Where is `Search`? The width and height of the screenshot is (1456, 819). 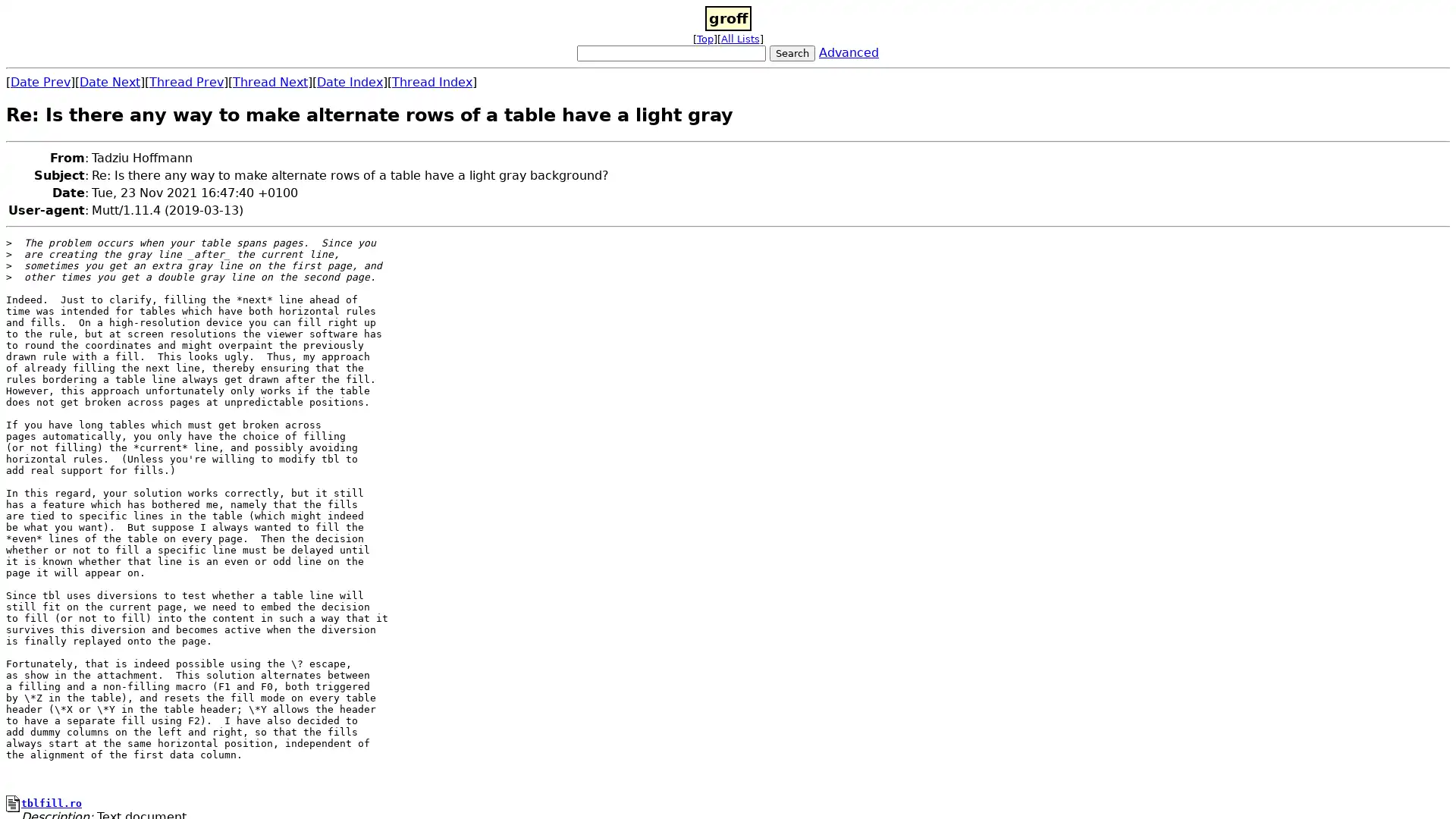
Search is located at coordinates (792, 52).